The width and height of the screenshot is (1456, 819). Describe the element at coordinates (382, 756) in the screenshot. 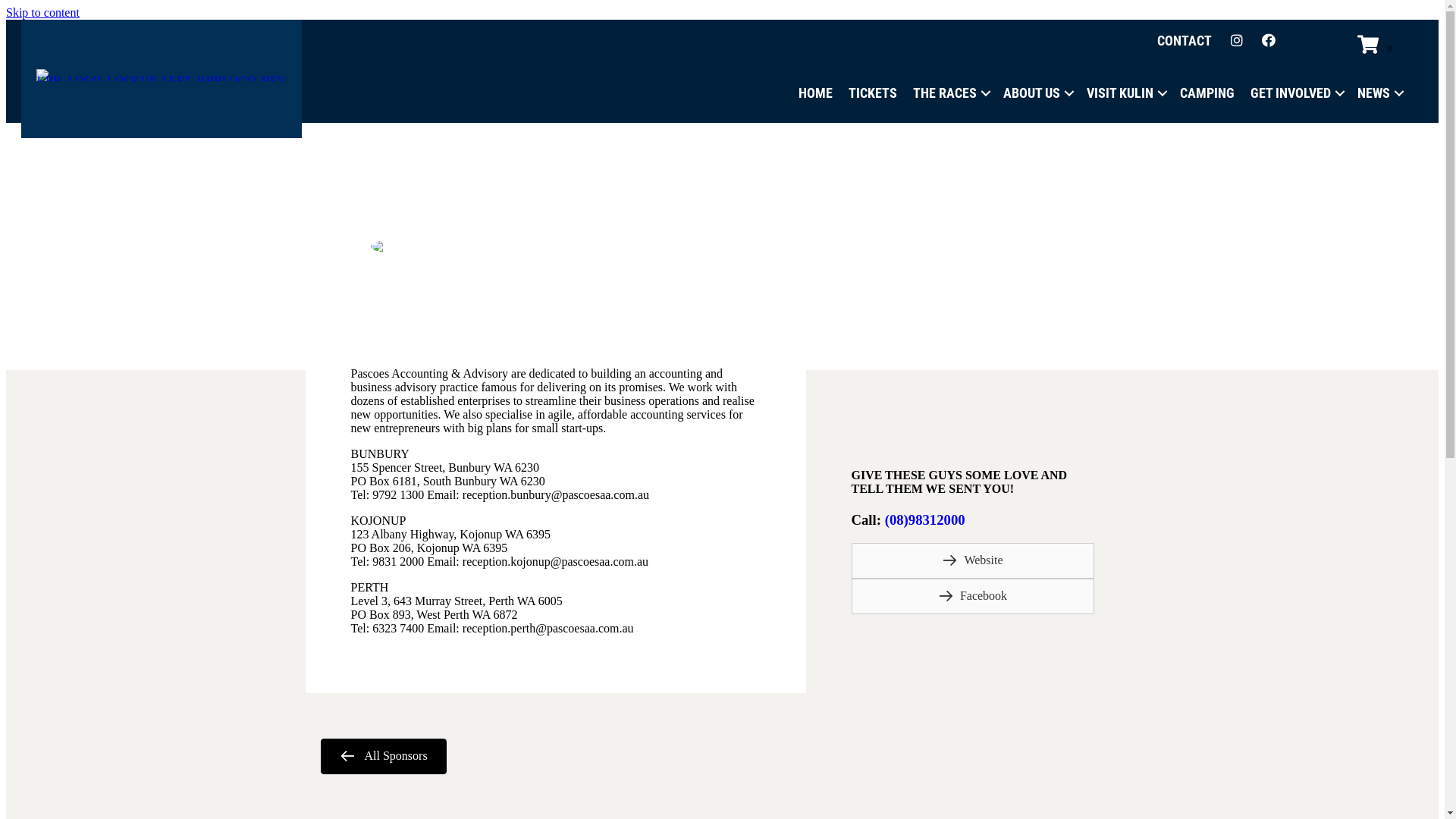

I see `'All Sponsors'` at that location.